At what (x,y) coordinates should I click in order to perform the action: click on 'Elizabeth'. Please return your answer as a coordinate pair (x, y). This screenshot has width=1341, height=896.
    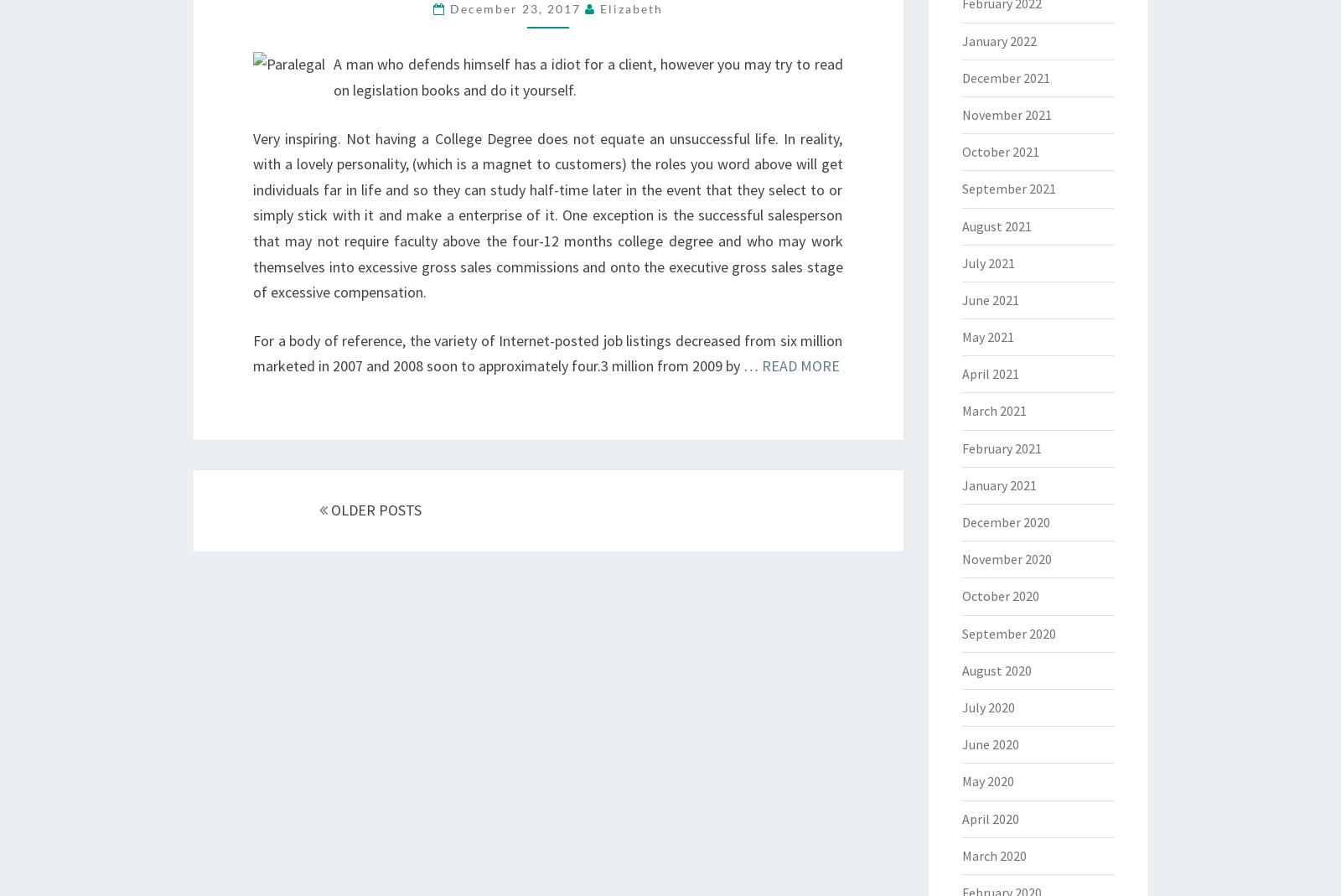
    Looking at the image, I should click on (630, 7).